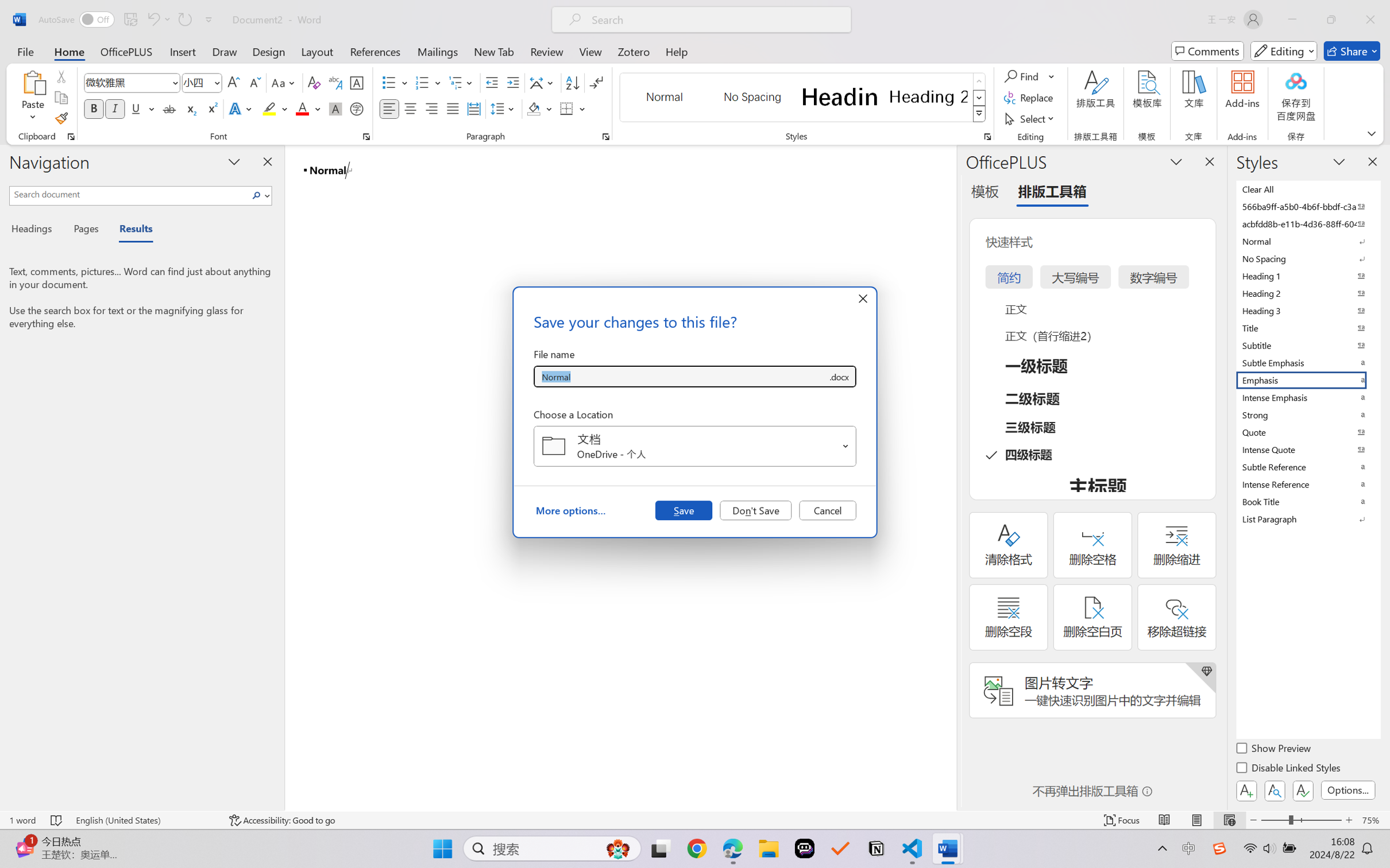 The height and width of the screenshot is (868, 1390). I want to click on 'Title', so click(1307, 327).